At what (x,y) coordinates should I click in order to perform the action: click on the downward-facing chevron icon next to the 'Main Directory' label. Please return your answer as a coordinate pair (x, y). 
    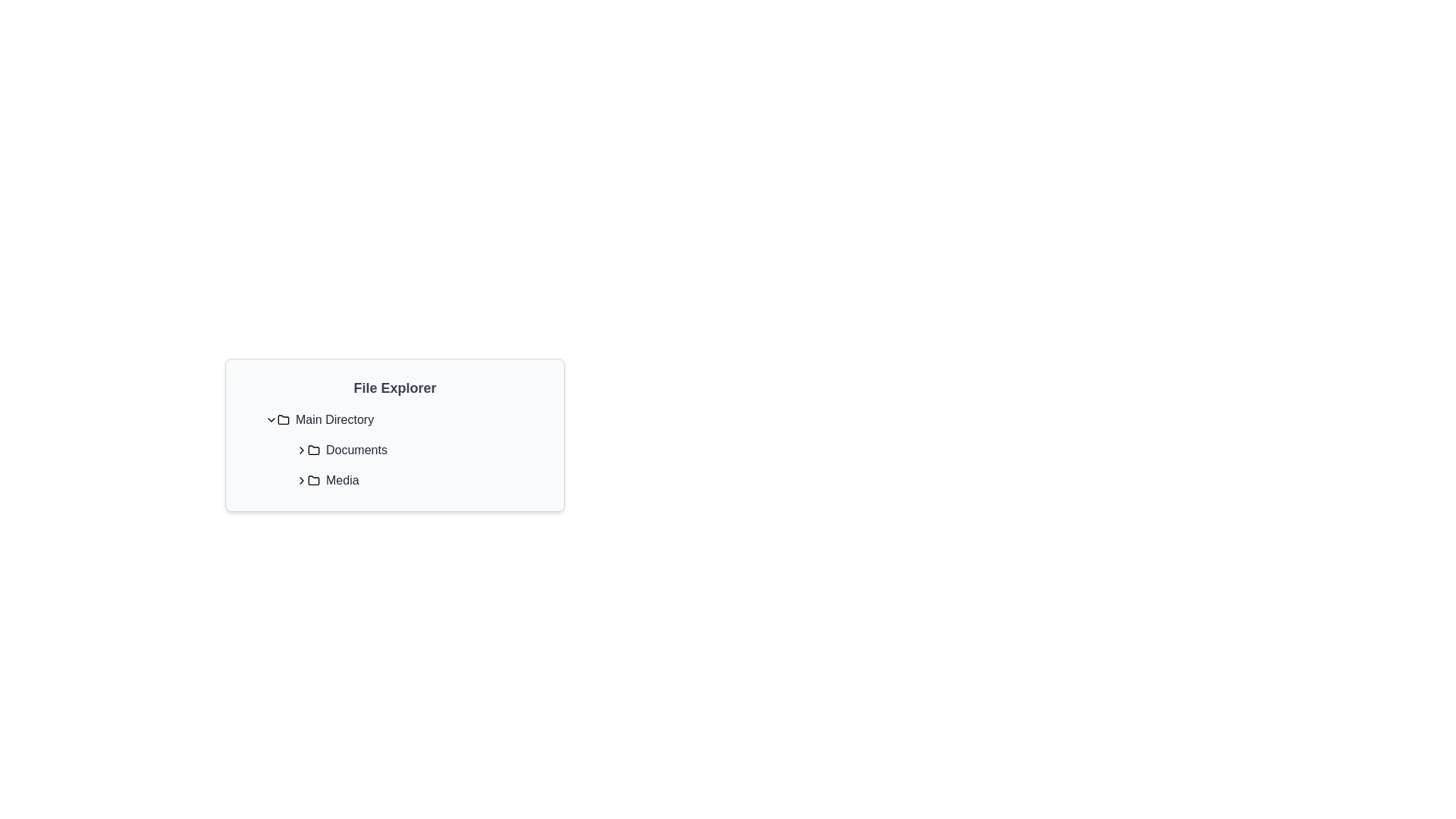
    Looking at the image, I should click on (271, 420).